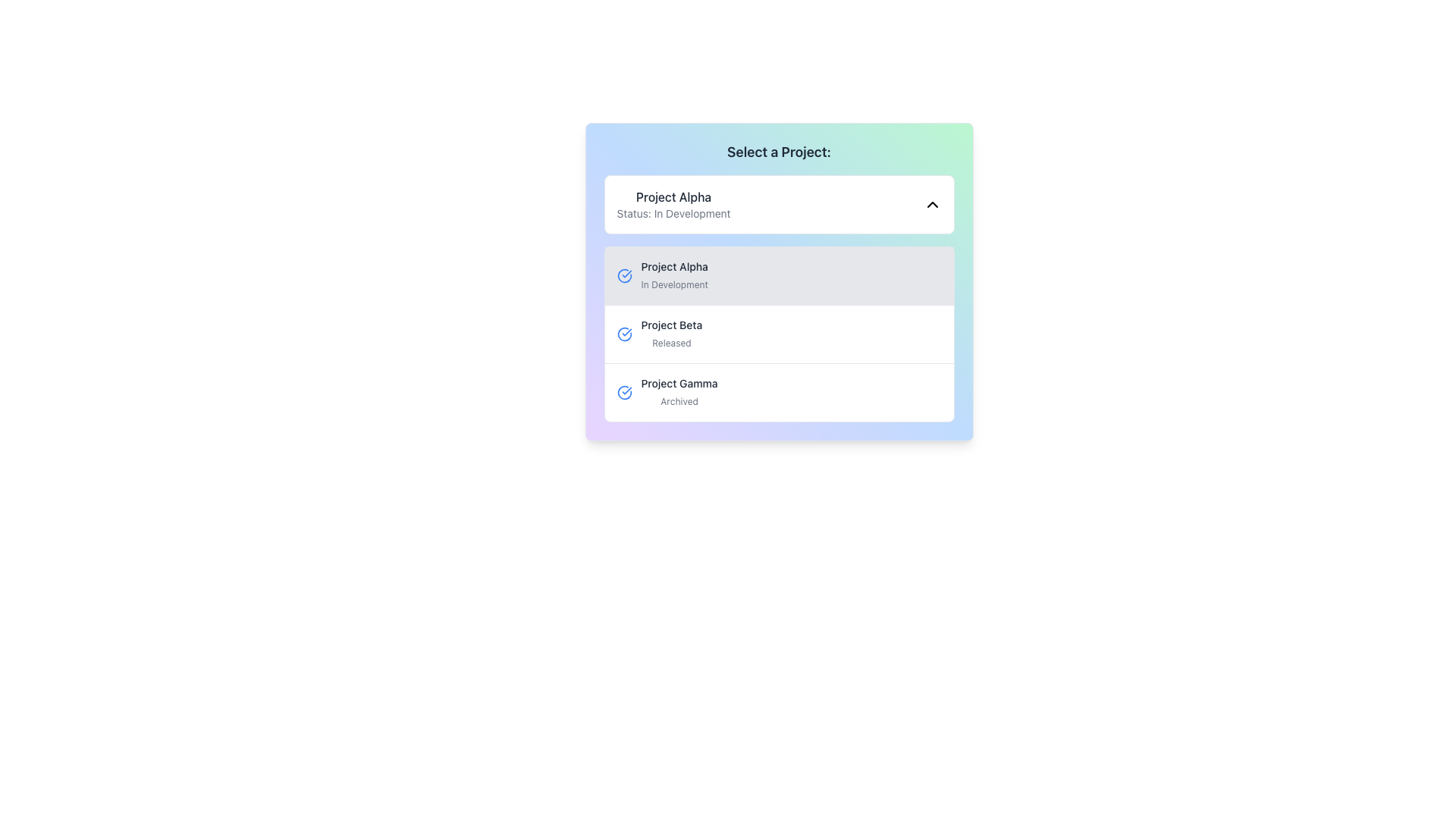  Describe the element at coordinates (779, 275) in the screenshot. I see `the first clickable list item labeled 'Project Alpha' which displays its status as 'In Development'` at that location.